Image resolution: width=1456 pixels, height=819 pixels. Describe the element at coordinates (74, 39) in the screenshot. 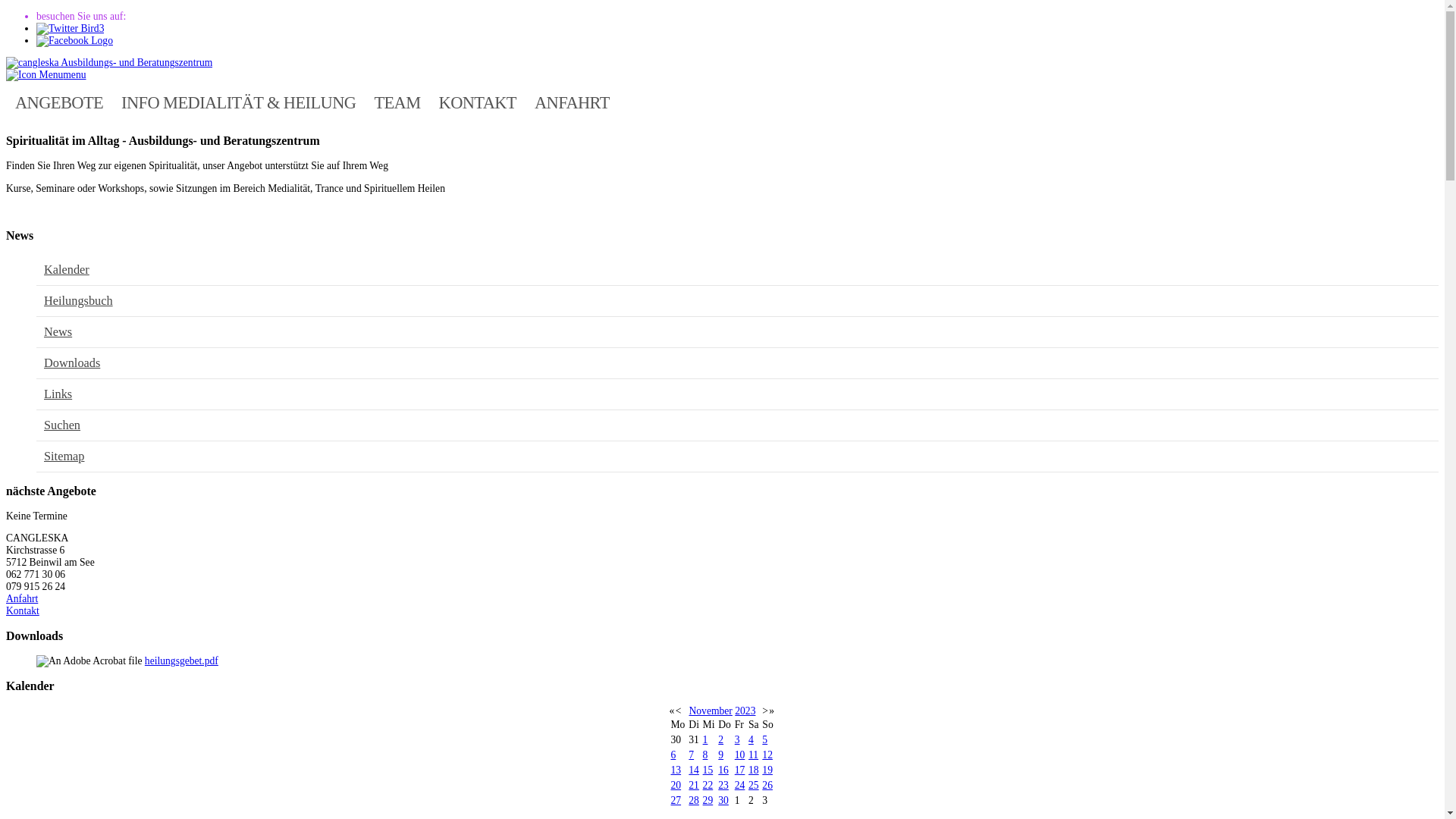

I see `'Facebook'` at that location.